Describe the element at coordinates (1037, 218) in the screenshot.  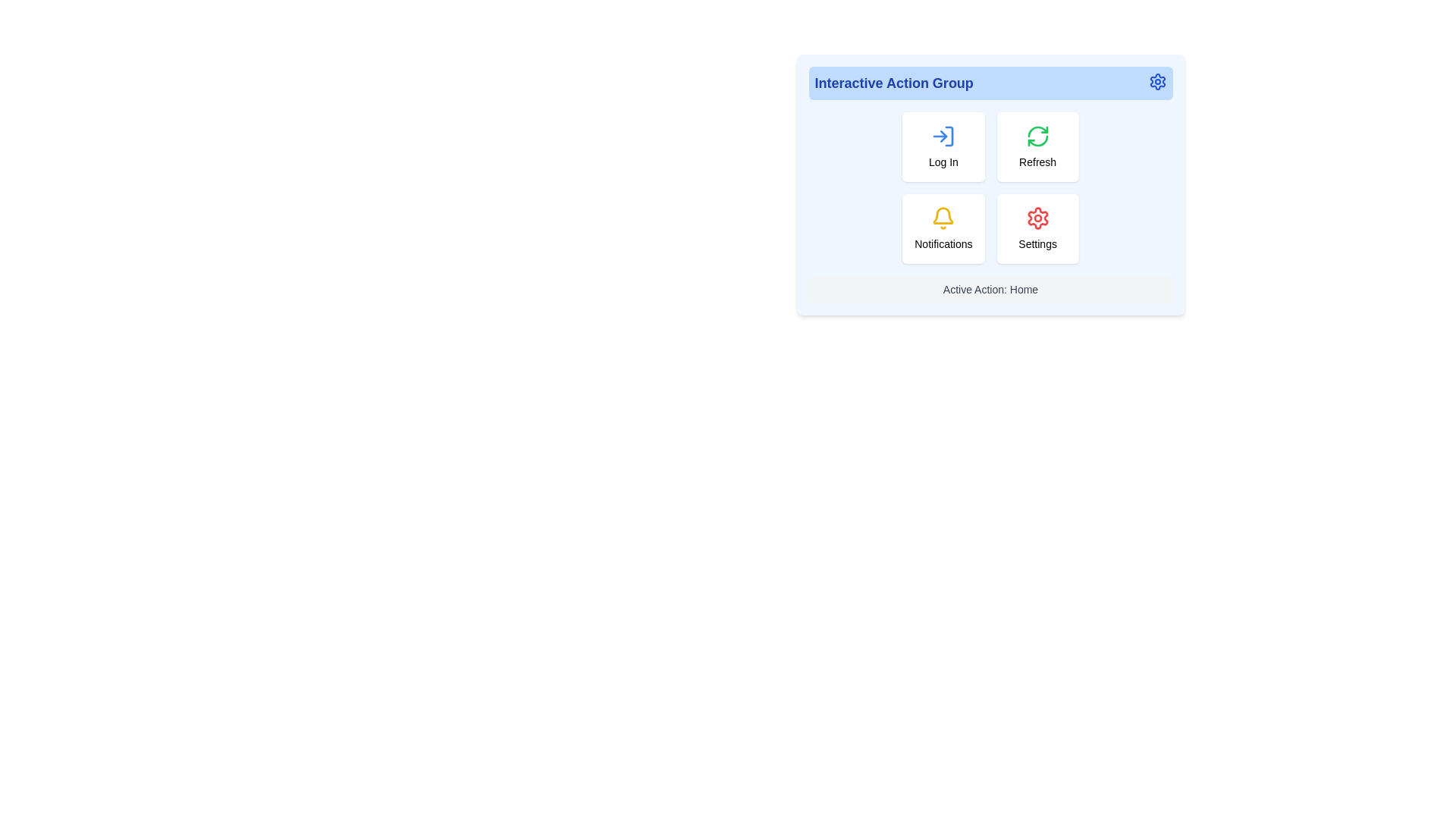
I see `the red-colored cogwheel icon located above the 'Settings' label within the 'Settings' button in the 'Interactive Action Group'` at that location.